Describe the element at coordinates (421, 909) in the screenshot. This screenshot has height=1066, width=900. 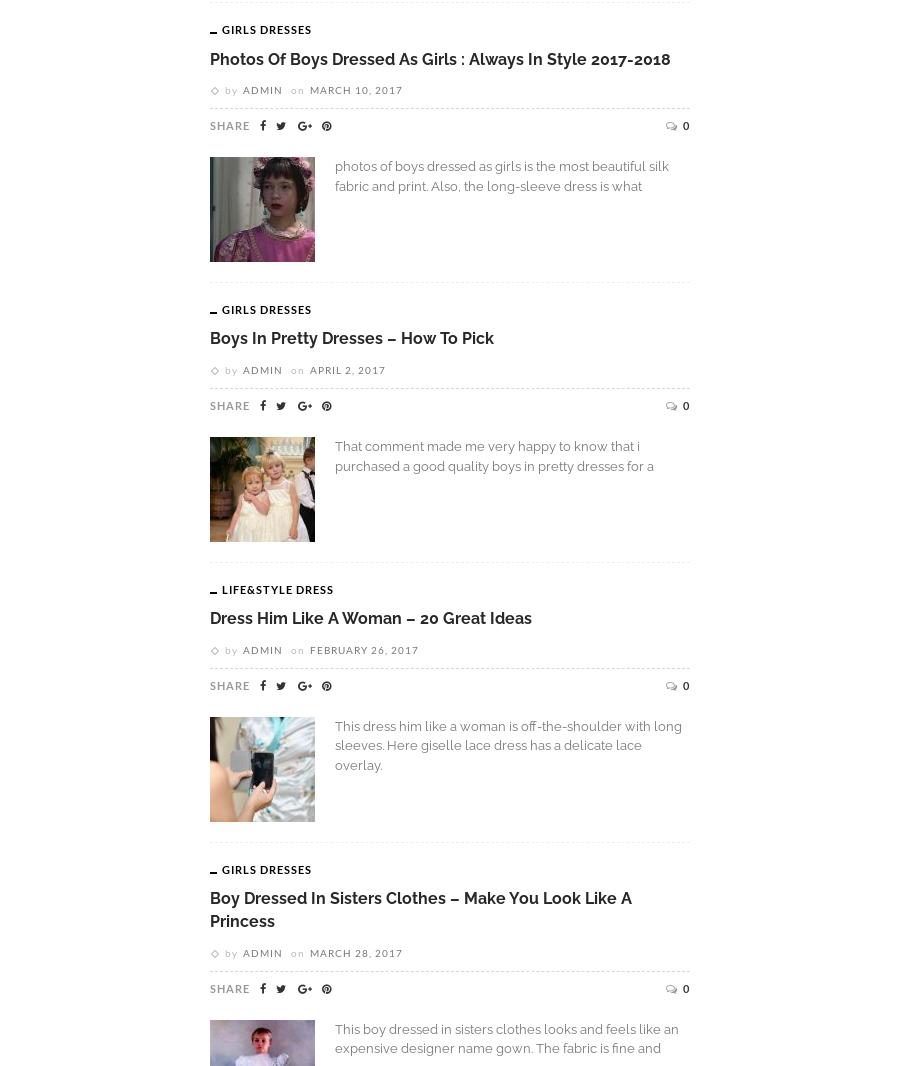
I see `'Boy Dressed In Sisters Clothes – Make You Look Like A Princess'` at that location.